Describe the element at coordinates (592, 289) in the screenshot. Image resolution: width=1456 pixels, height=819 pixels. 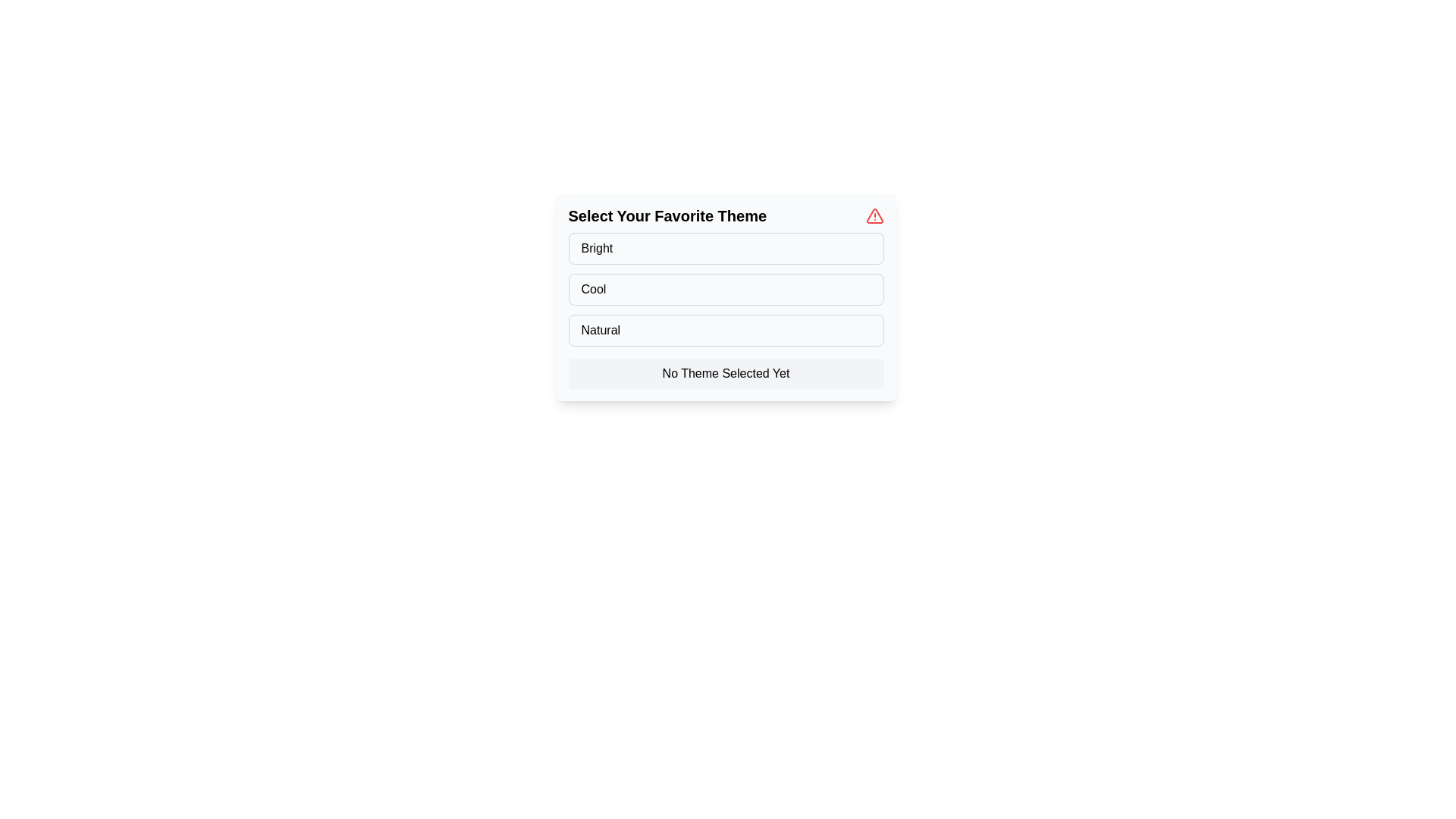
I see `the 'Cool.' text label, which is located inside the second choice option of the theme selection interface` at that location.